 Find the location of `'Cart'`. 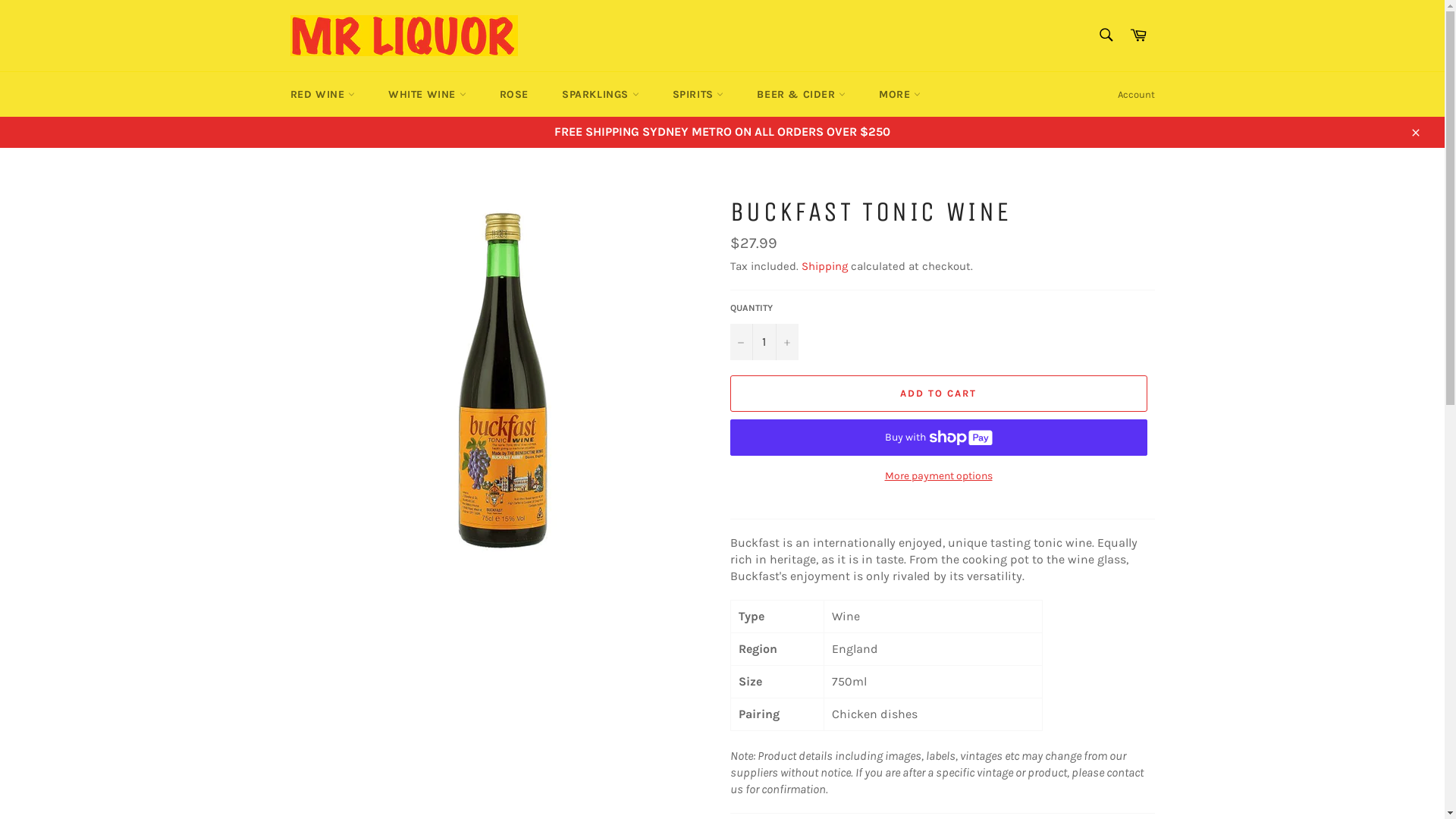

'Cart' is located at coordinates (1138, 34).